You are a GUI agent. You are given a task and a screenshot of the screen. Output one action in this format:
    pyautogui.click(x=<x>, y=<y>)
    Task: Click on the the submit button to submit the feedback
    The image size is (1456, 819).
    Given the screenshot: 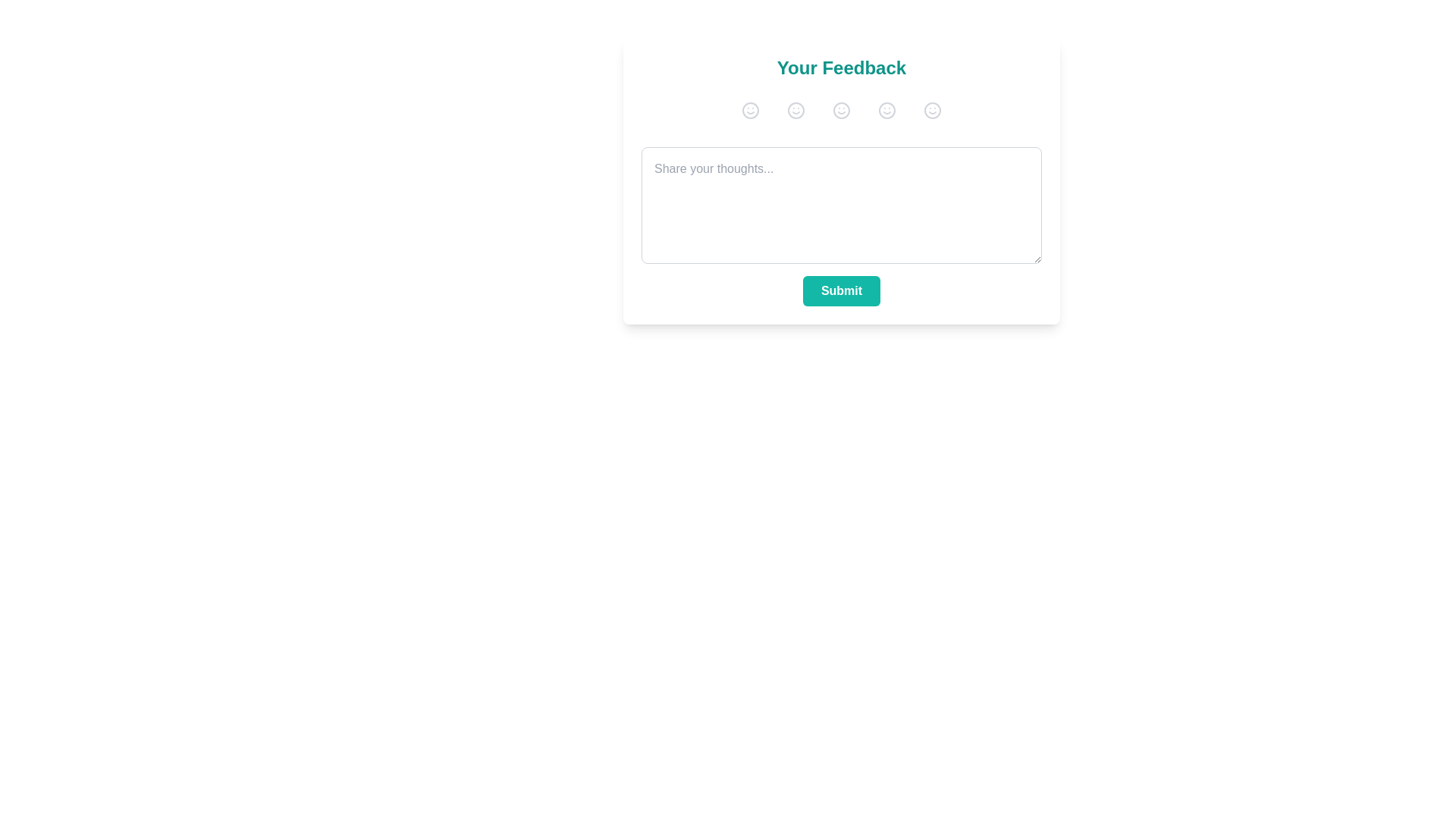 What is the action you would take?
    pyautogui.click(x=840, y=291)
    